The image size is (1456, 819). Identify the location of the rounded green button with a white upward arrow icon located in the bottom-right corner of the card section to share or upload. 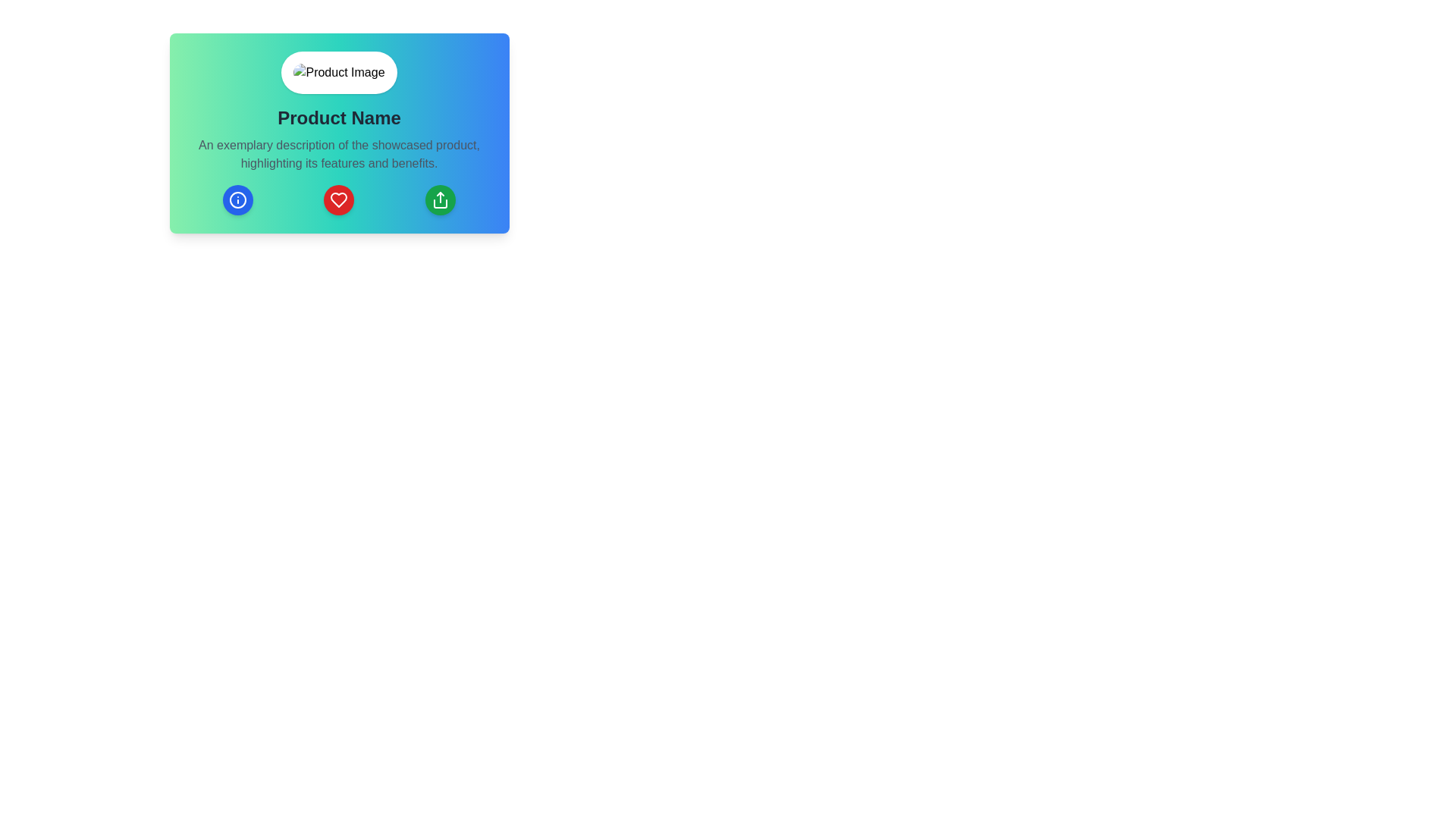
(439, 199).